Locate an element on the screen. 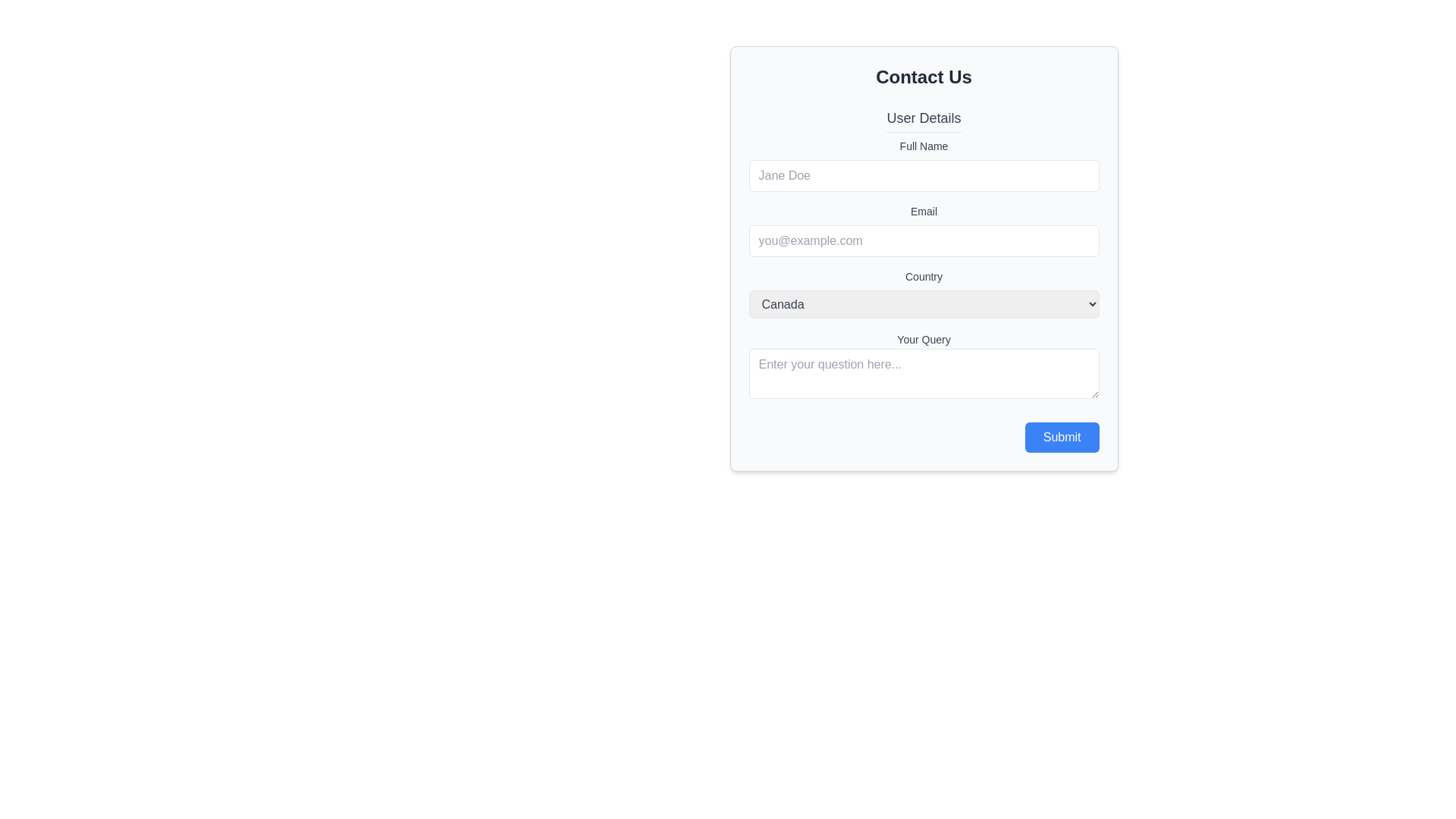 The width and height of the screenshot is (1456, 819). text label indicating the purpose of the input field for entering user queries, positioned above the text input field is located at coordinates (923, 338).